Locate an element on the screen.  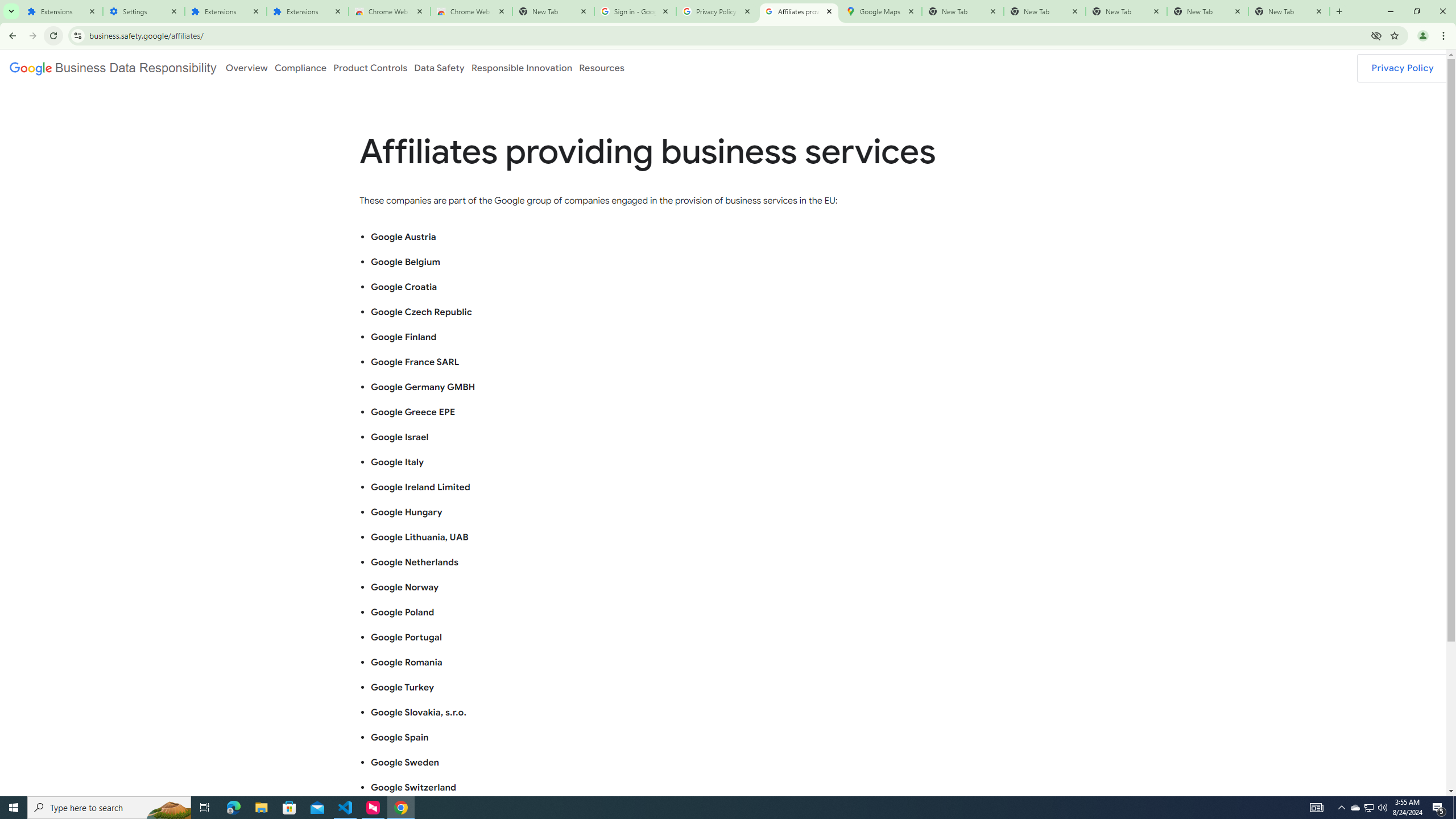
'Chrome Web Store' is located at coordinates (389, 11).